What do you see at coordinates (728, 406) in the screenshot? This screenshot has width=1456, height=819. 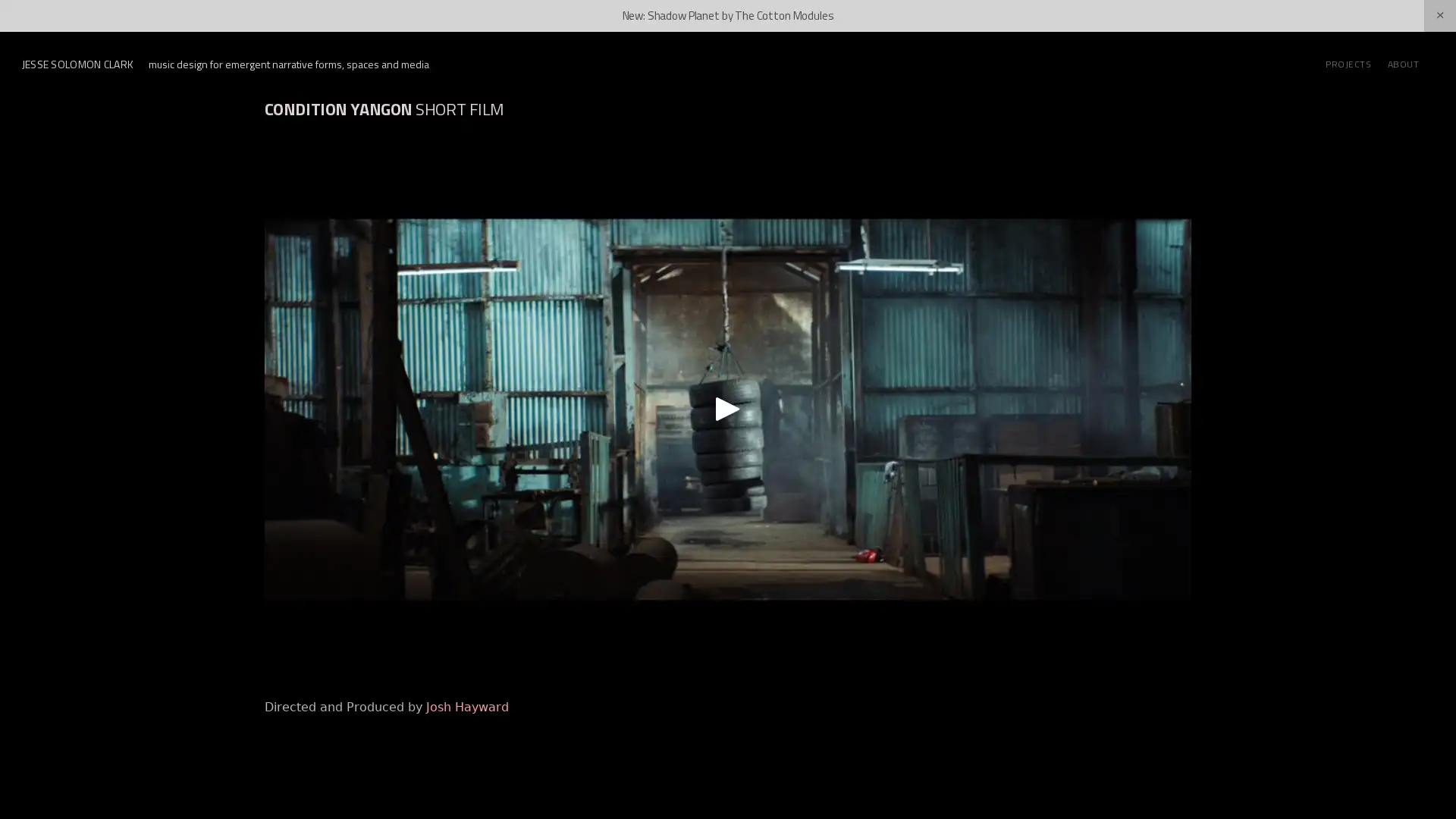 I see `Play` at bounding box center [728, 406].